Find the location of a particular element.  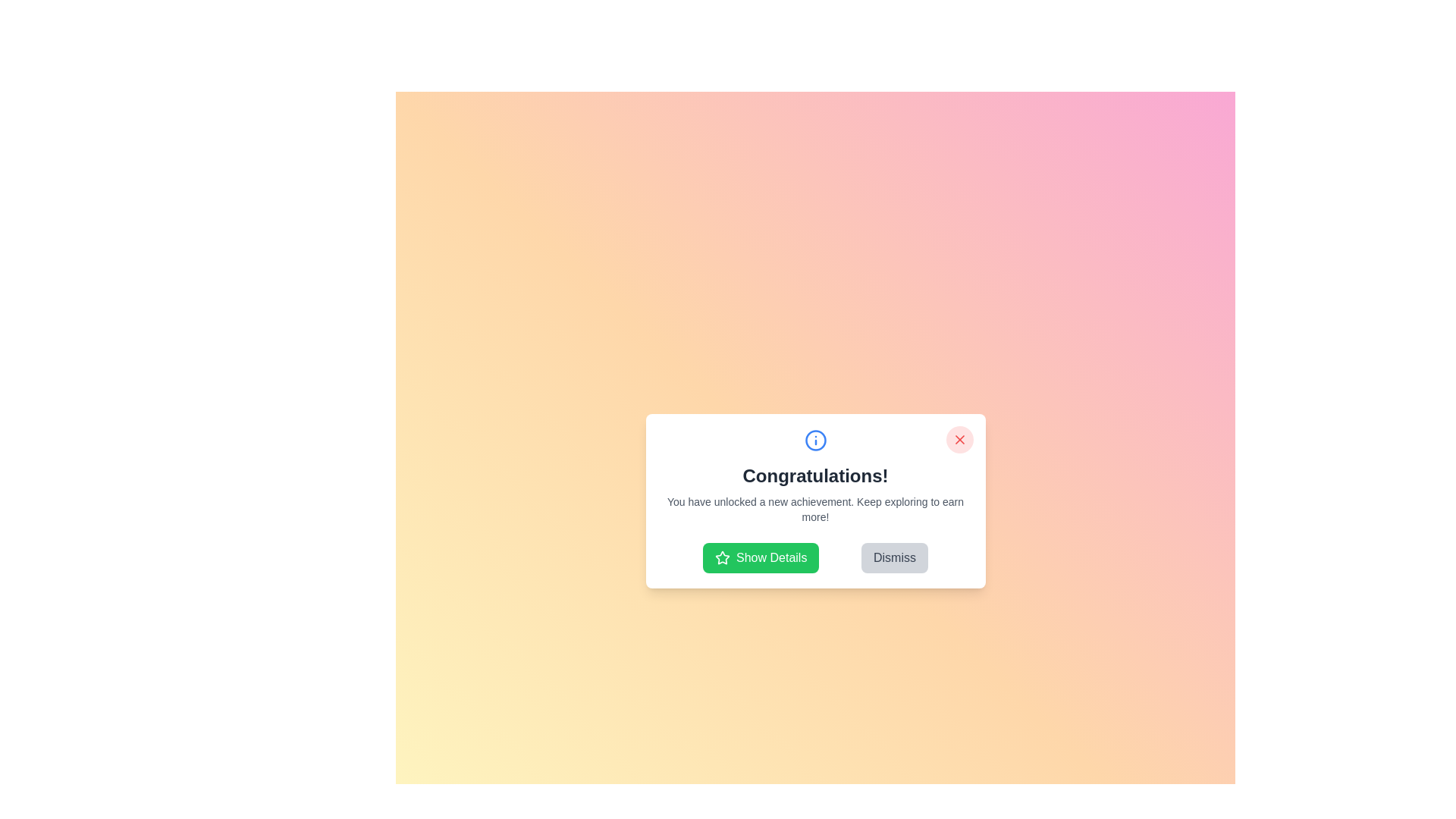

the 'Dismiss' button to close the dialog is located at coordinates (895, 558).